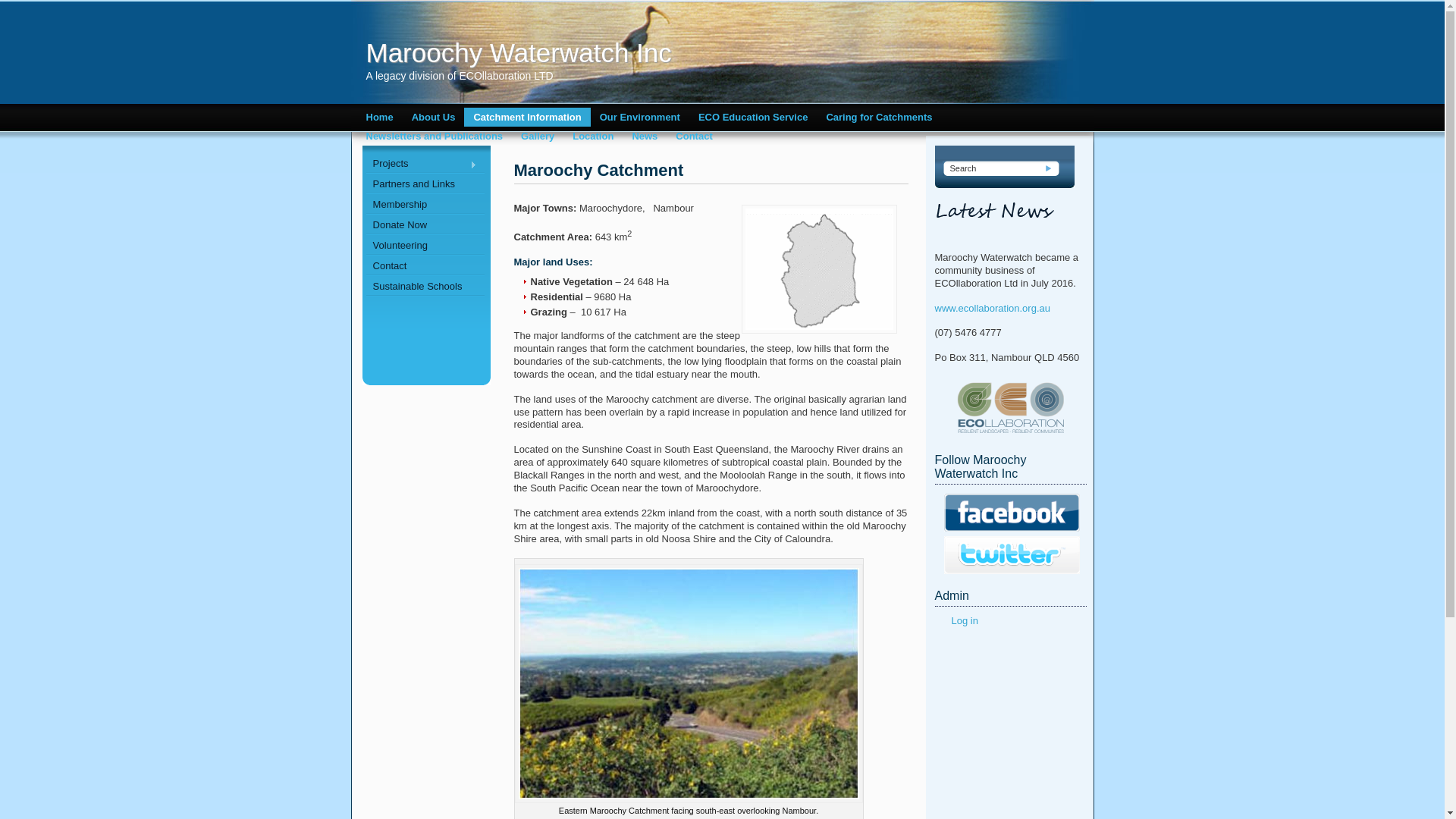 Image resolution: width=1456 pixels, height=819 pixels. Describe the element at coordinates (527, 116) in the screenshot. I see `'Catchment Information'` at that location.